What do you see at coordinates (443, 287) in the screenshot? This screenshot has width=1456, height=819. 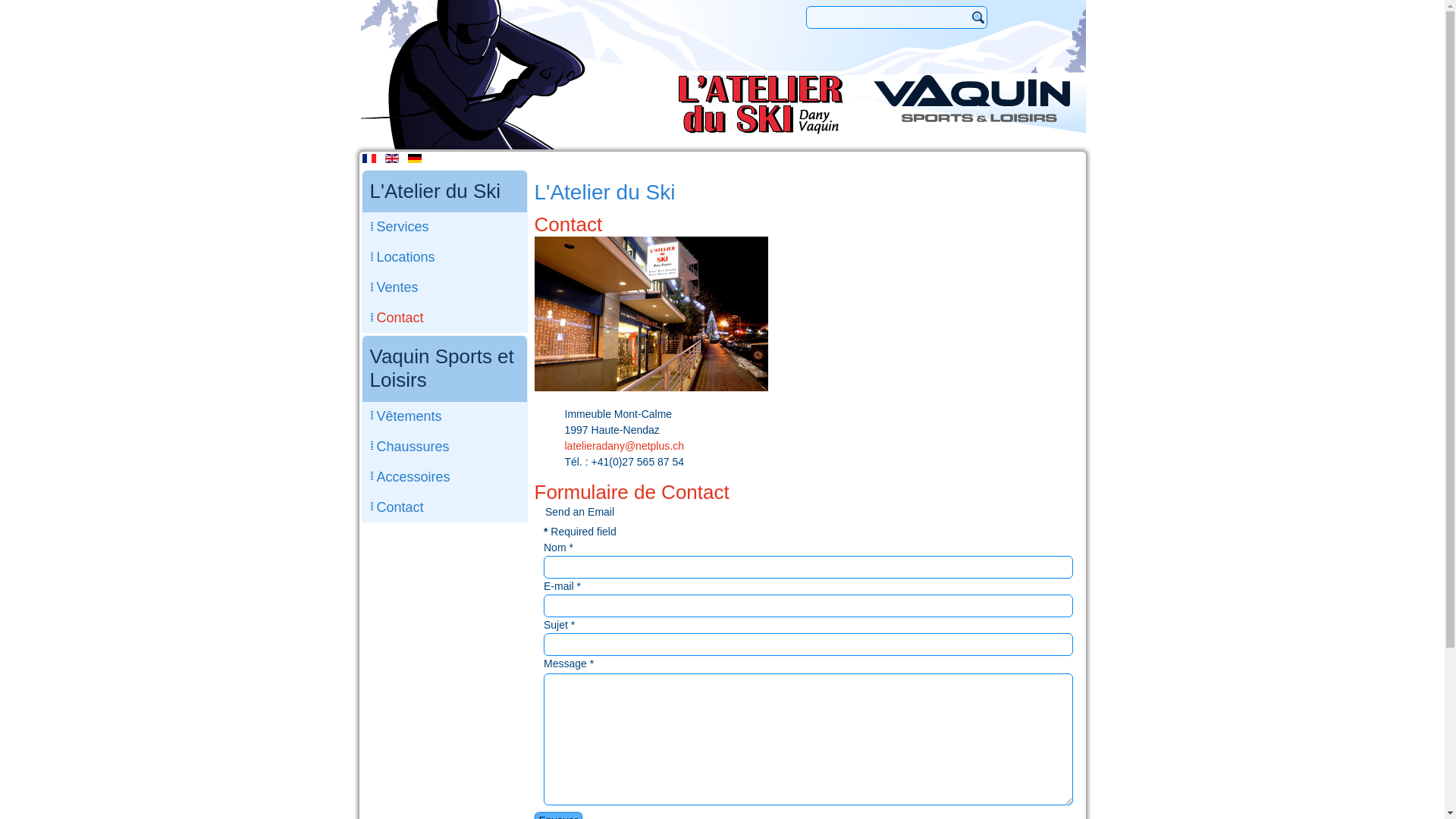 I see `'Ventes'` at bounding box center [443, 287].